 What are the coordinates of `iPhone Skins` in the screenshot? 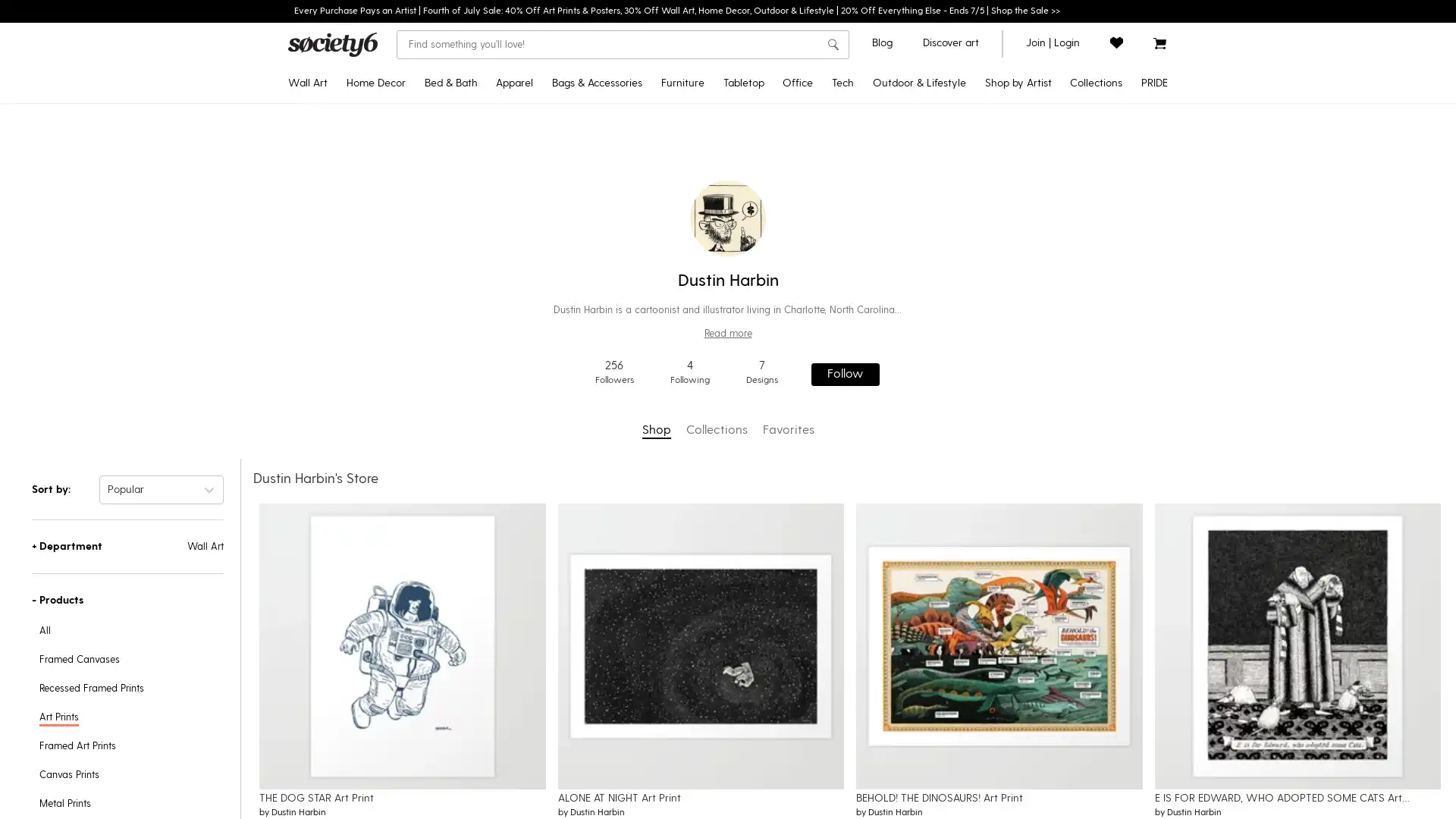 It's located at (896, 390).